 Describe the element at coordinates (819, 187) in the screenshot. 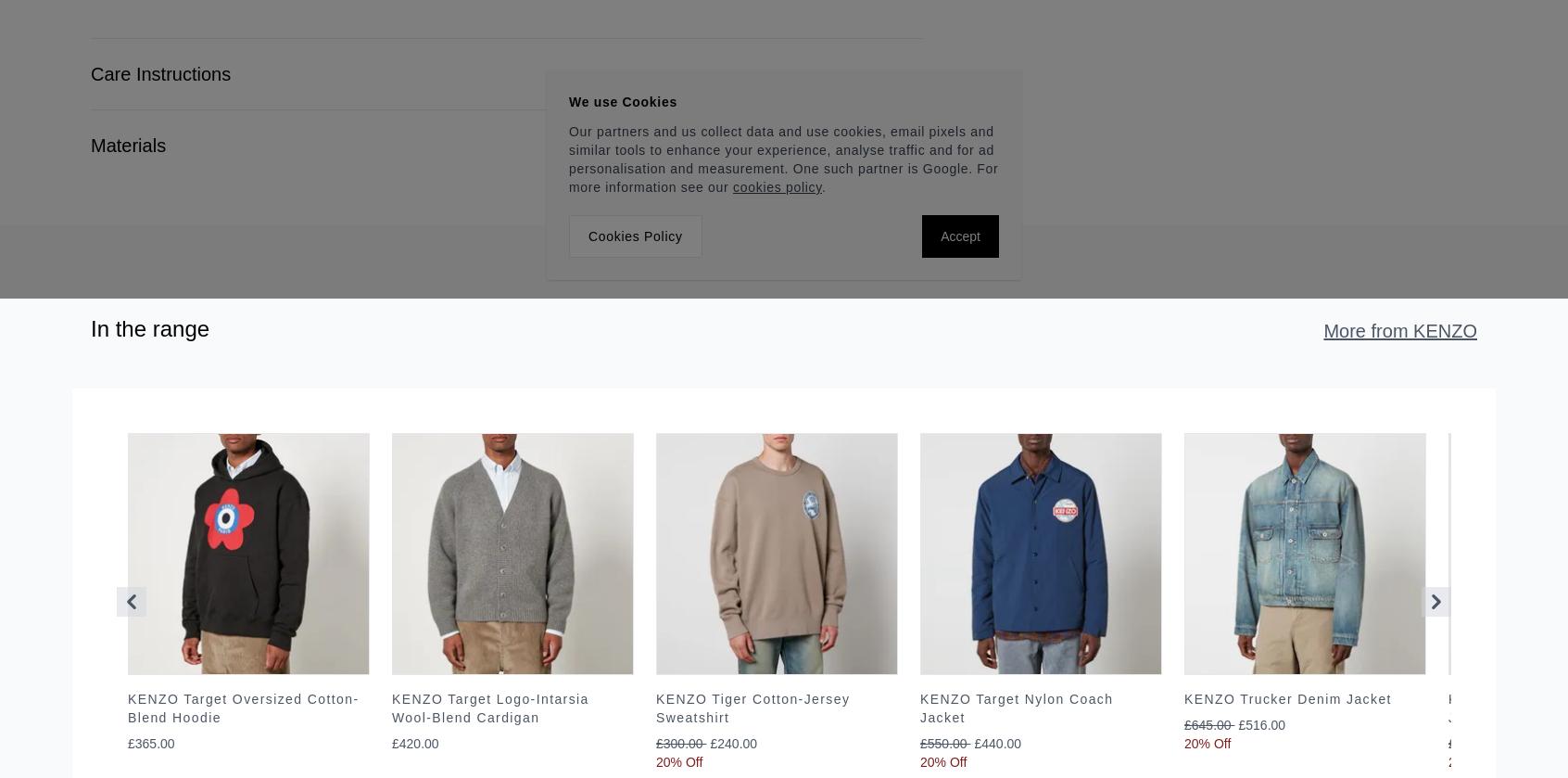

I see `'.'` at that location.